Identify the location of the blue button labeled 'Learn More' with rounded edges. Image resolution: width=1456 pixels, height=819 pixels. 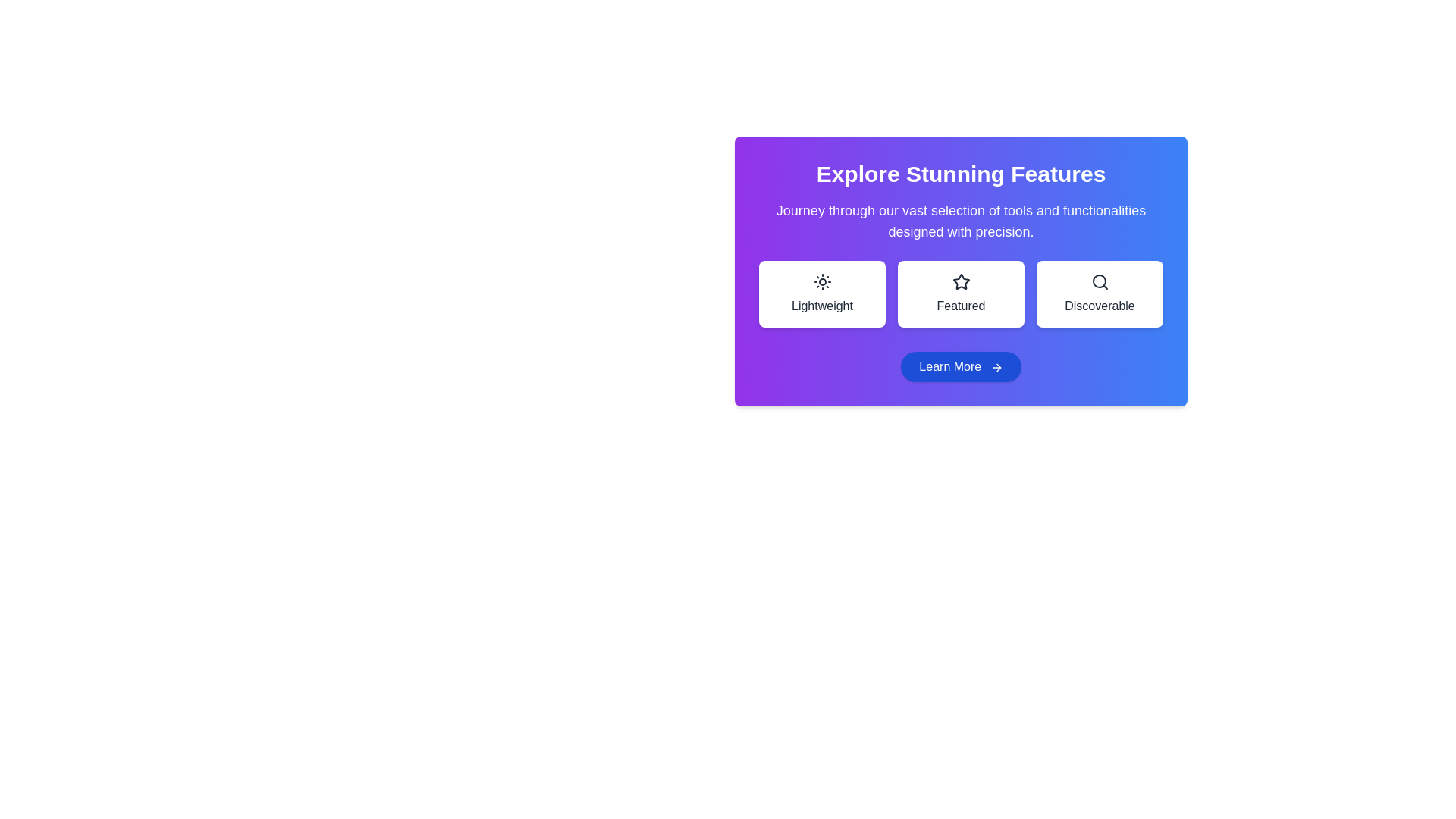
(960, 366).